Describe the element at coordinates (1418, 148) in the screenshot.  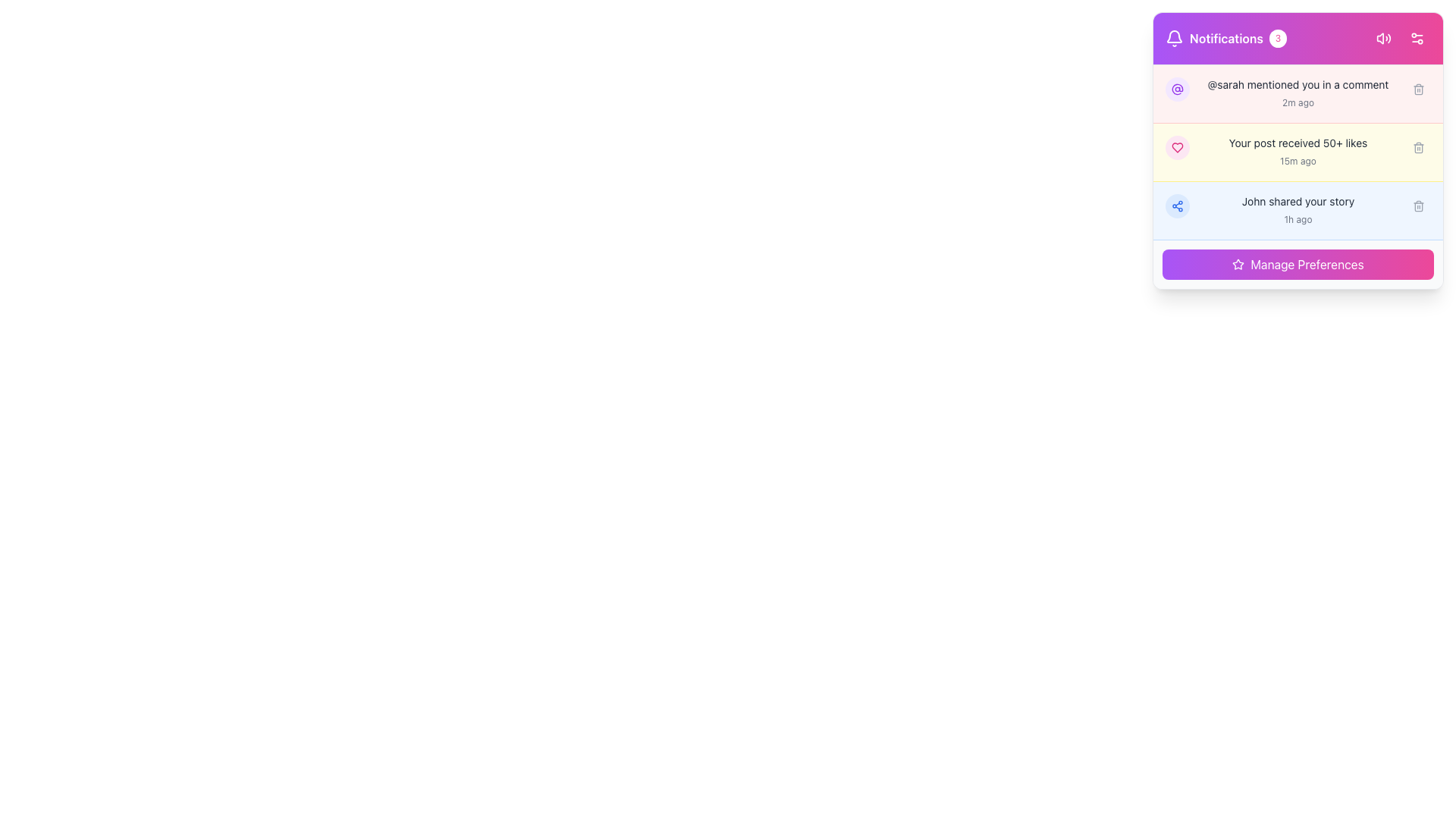
I see `the gray trash can icon button located at the far right of the notification entry for 'Your post received 50+ likes'` at that location.